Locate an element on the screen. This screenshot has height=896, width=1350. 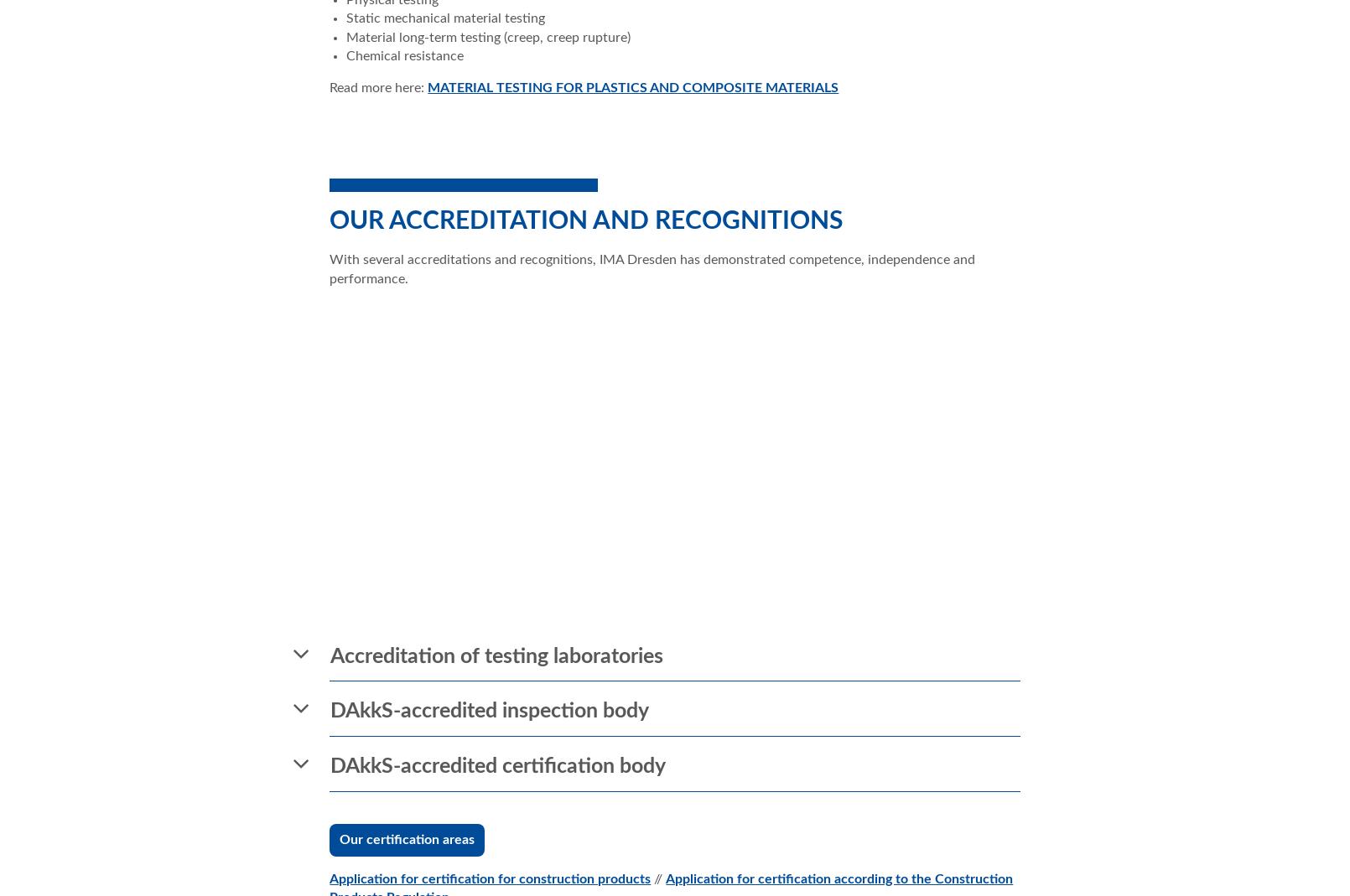
'DAkkS-accredited certification body' is located at coordinates (497, 765).